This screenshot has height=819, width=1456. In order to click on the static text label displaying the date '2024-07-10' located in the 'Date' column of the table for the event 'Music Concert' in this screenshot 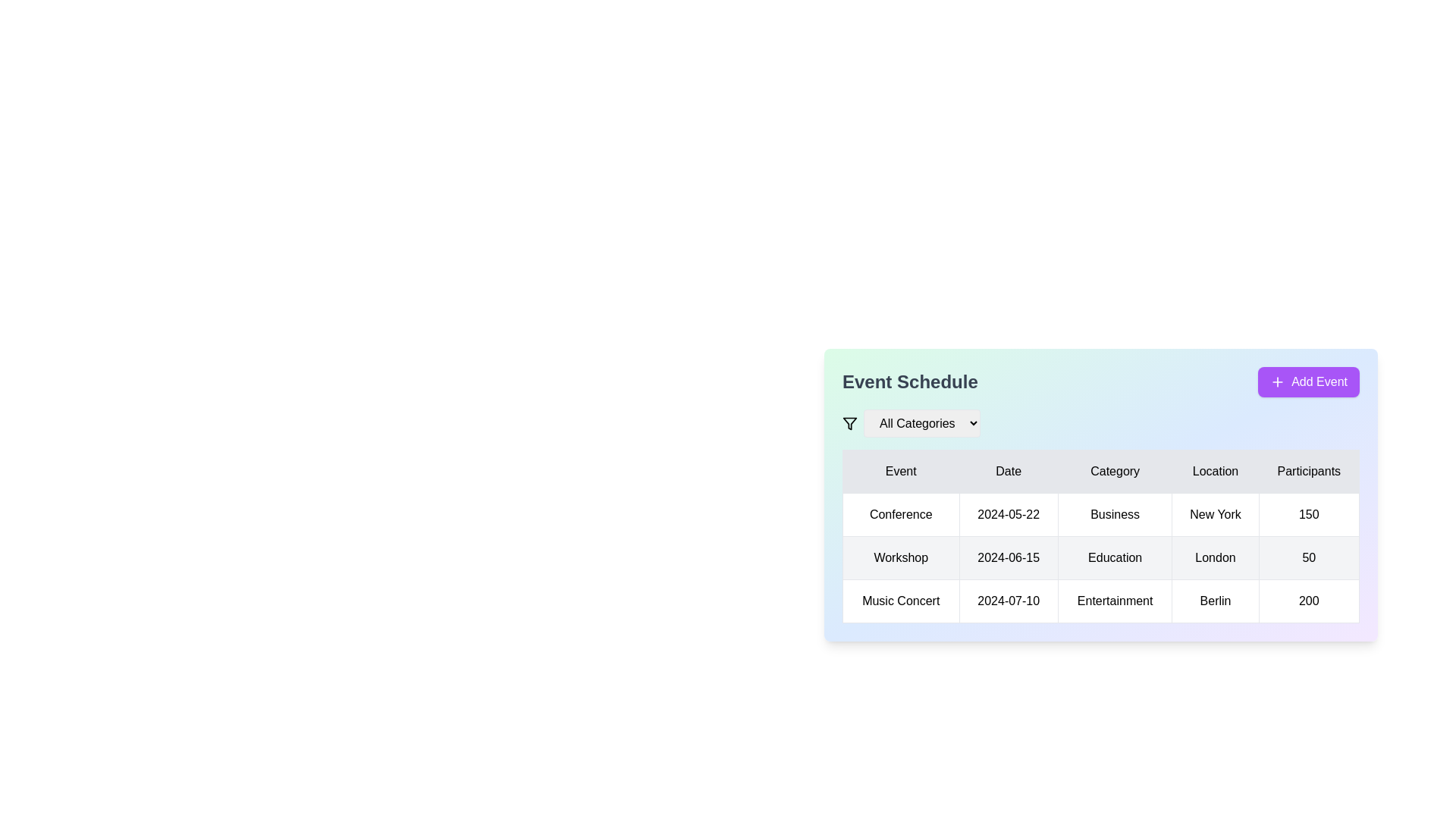, I will do `click(1009, 601)`.